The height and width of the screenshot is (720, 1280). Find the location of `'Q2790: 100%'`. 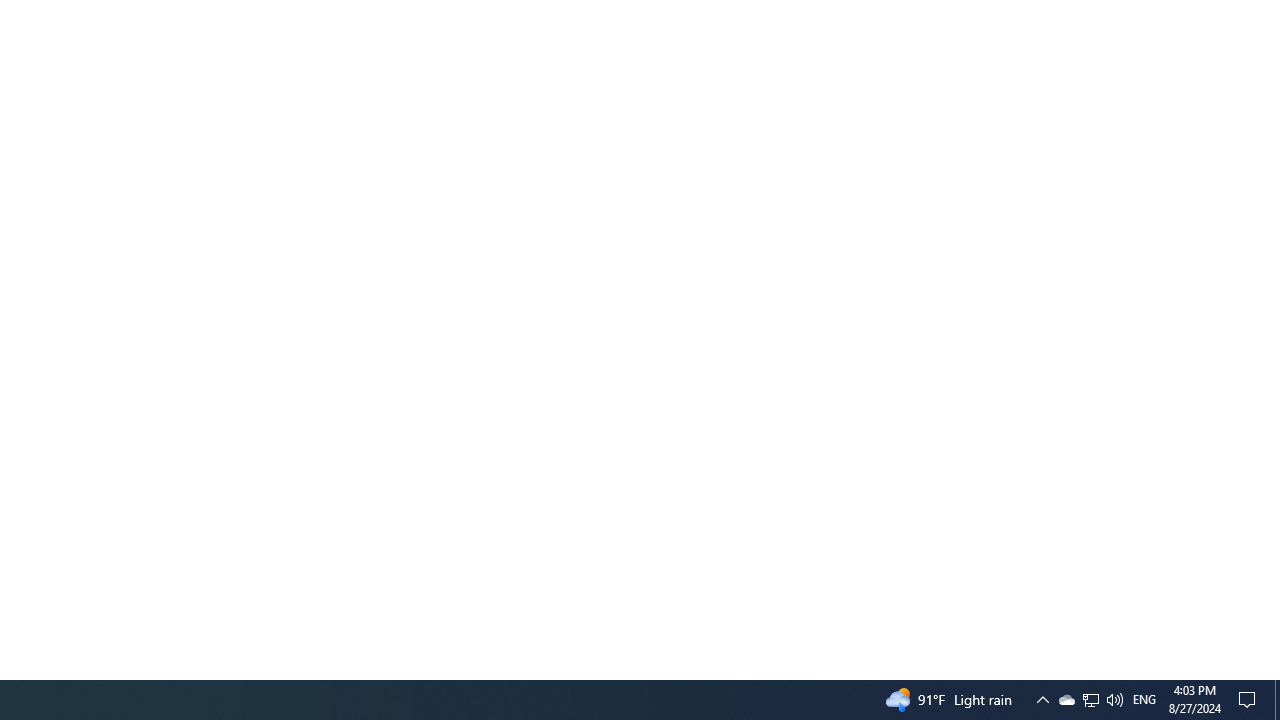

'Q2790: 100%' is located at coordinates (1113, 698).